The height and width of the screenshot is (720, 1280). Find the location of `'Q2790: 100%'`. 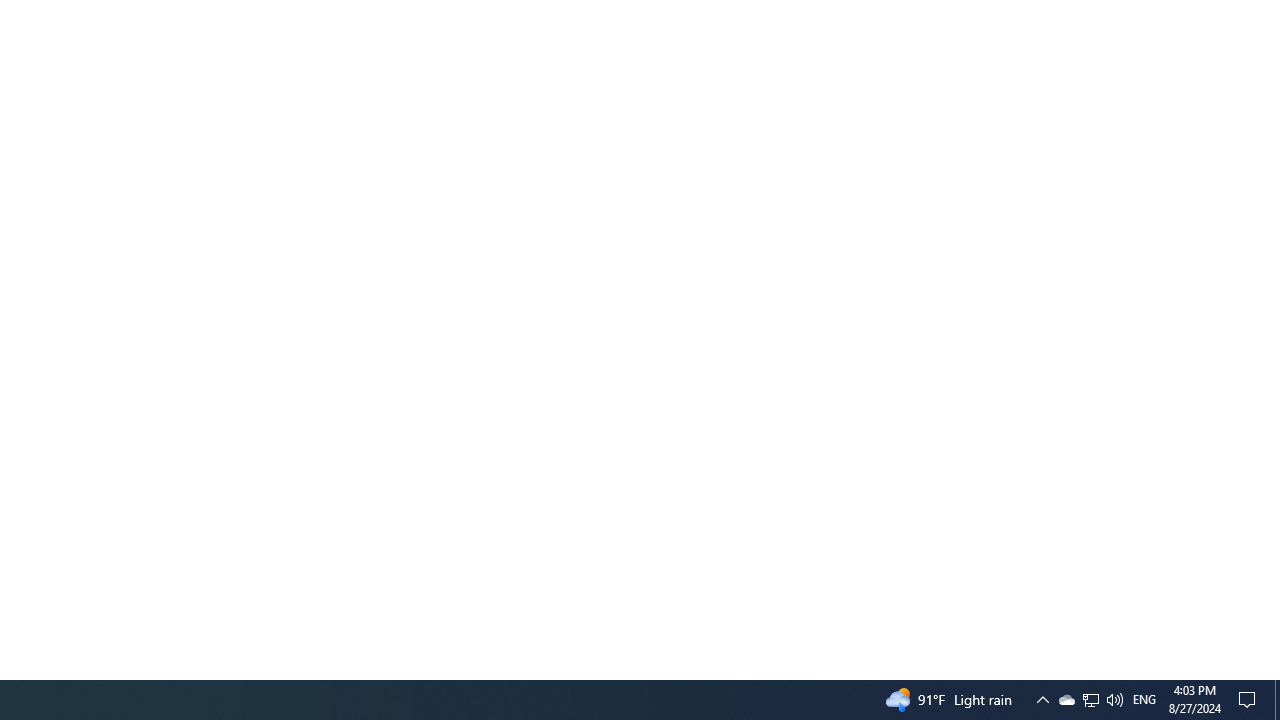

'Q2790: 100%' is located at coordinates (1113, 698).